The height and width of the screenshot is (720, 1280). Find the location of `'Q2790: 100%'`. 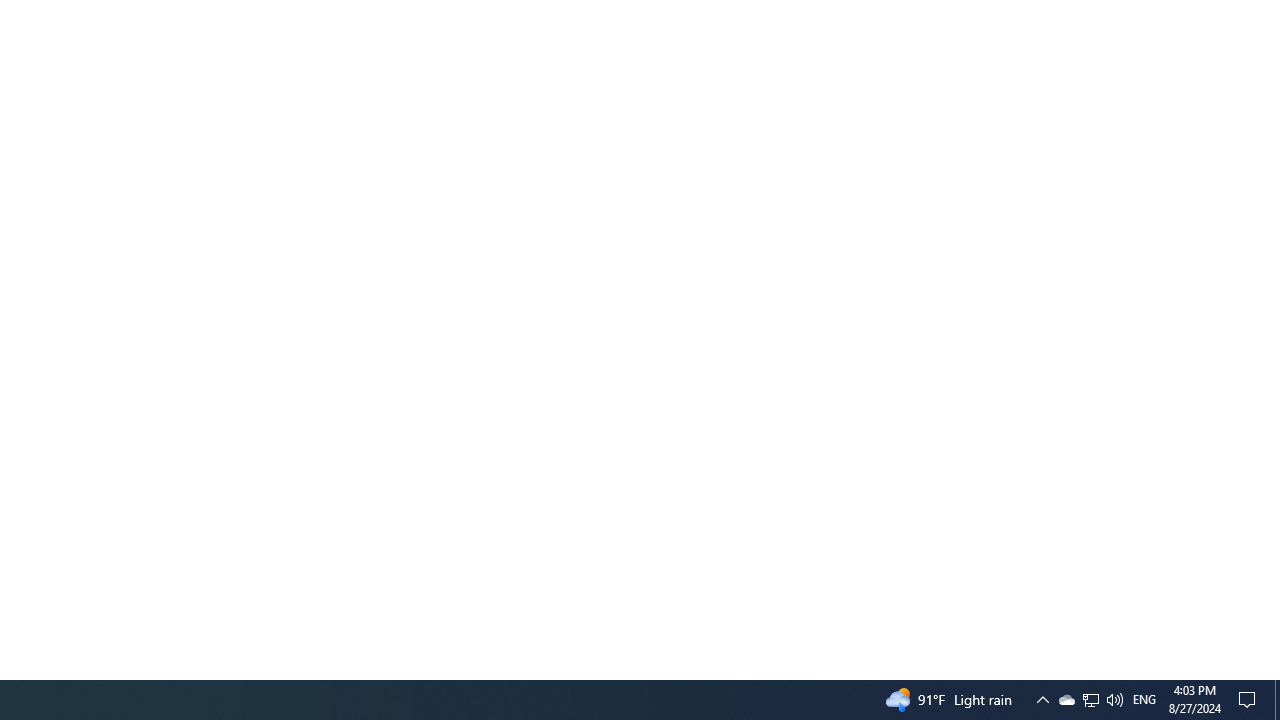

'Q2790: 100%' is located at coordinates (1113, 698).